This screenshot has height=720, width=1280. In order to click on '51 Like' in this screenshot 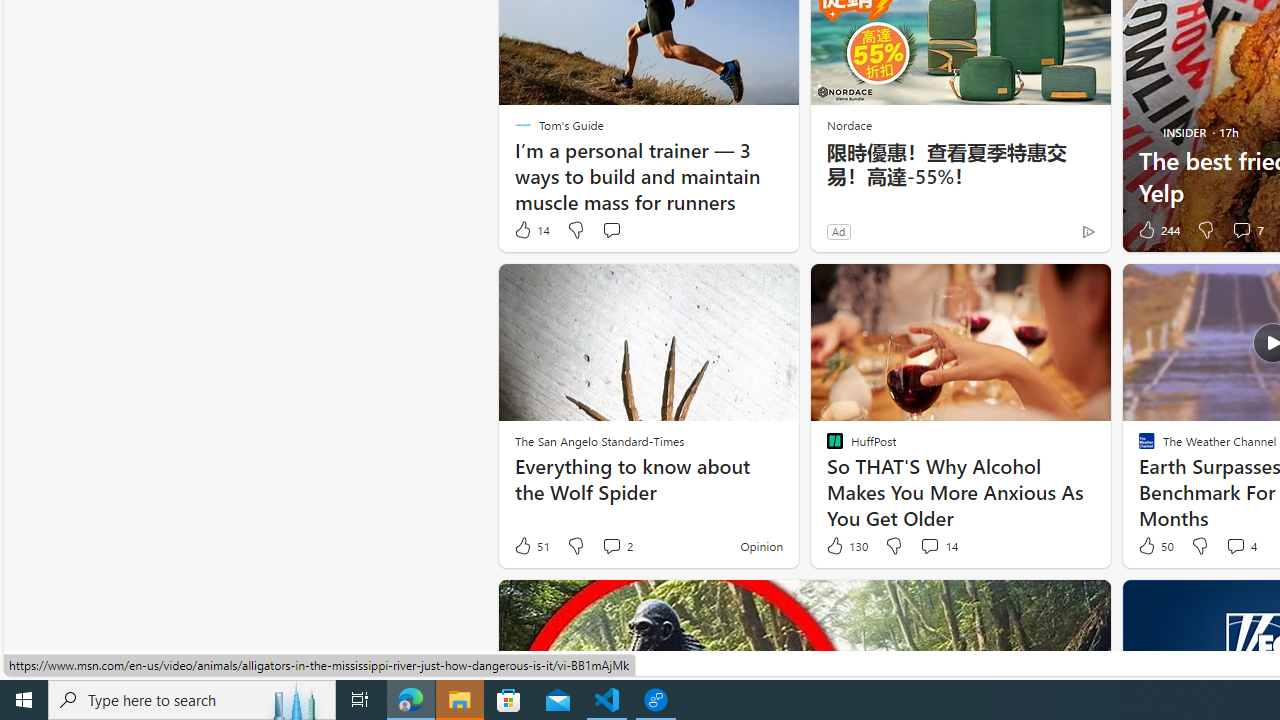, I will do `click(531, 546)`.